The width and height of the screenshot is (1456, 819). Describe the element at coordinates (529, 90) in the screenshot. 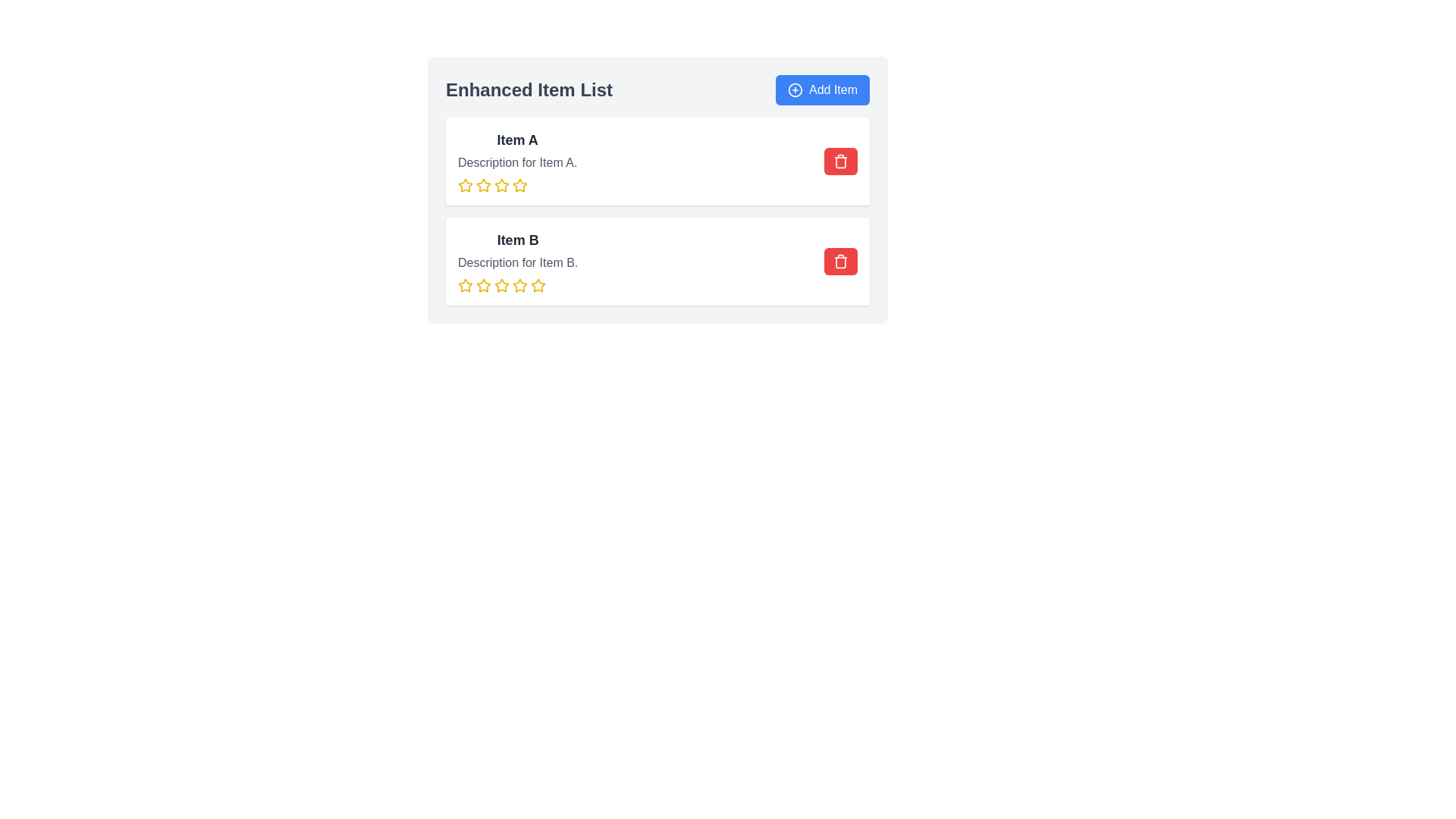

I see `the 'Enhanced Item List' text header, which is styled in bold and enlarged font, located at the top of the item list component` at that location.